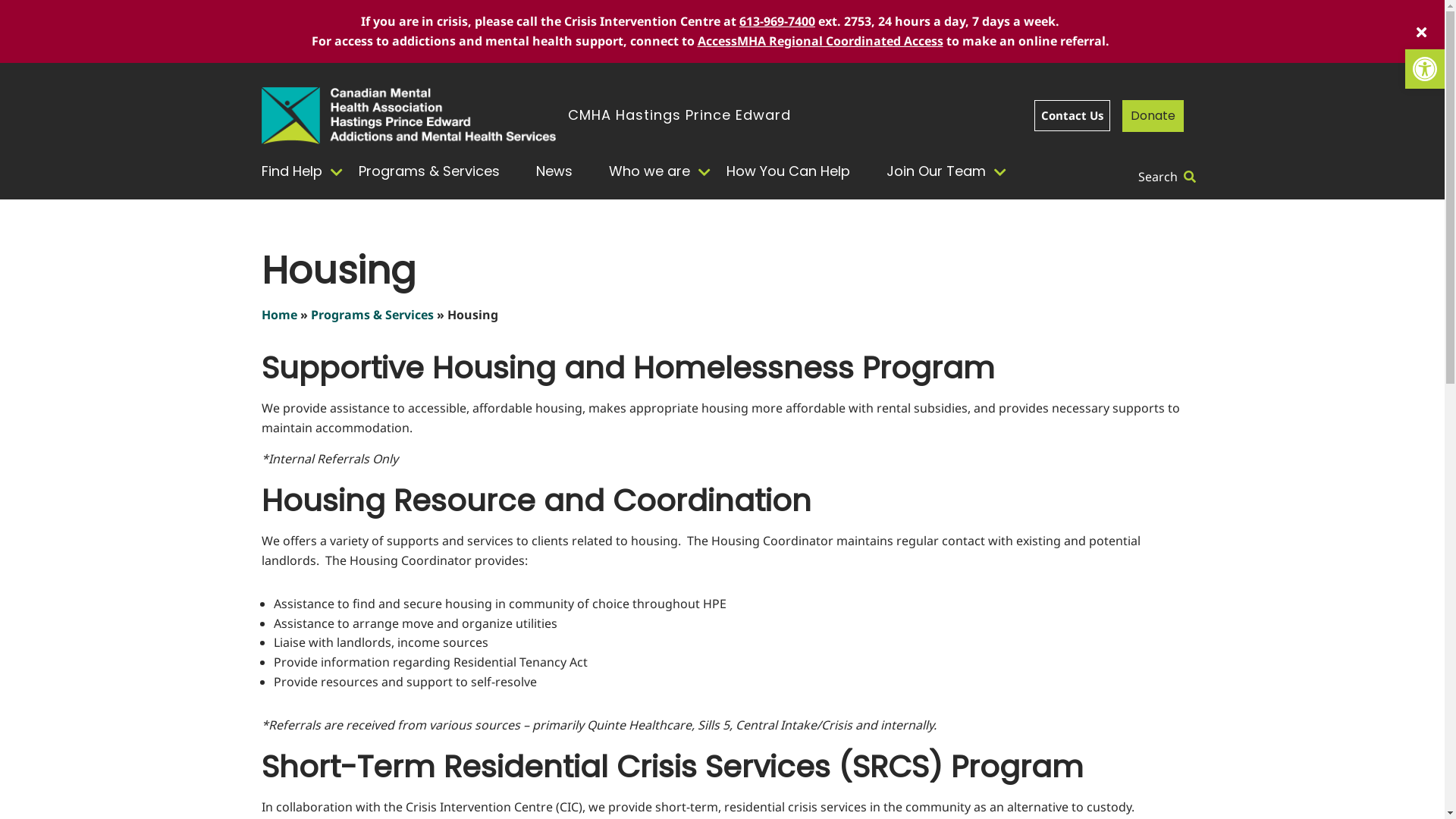  Describe the element at coordinates (777, 20) in the screenshot. I see `'613-969-7400'` at that location.